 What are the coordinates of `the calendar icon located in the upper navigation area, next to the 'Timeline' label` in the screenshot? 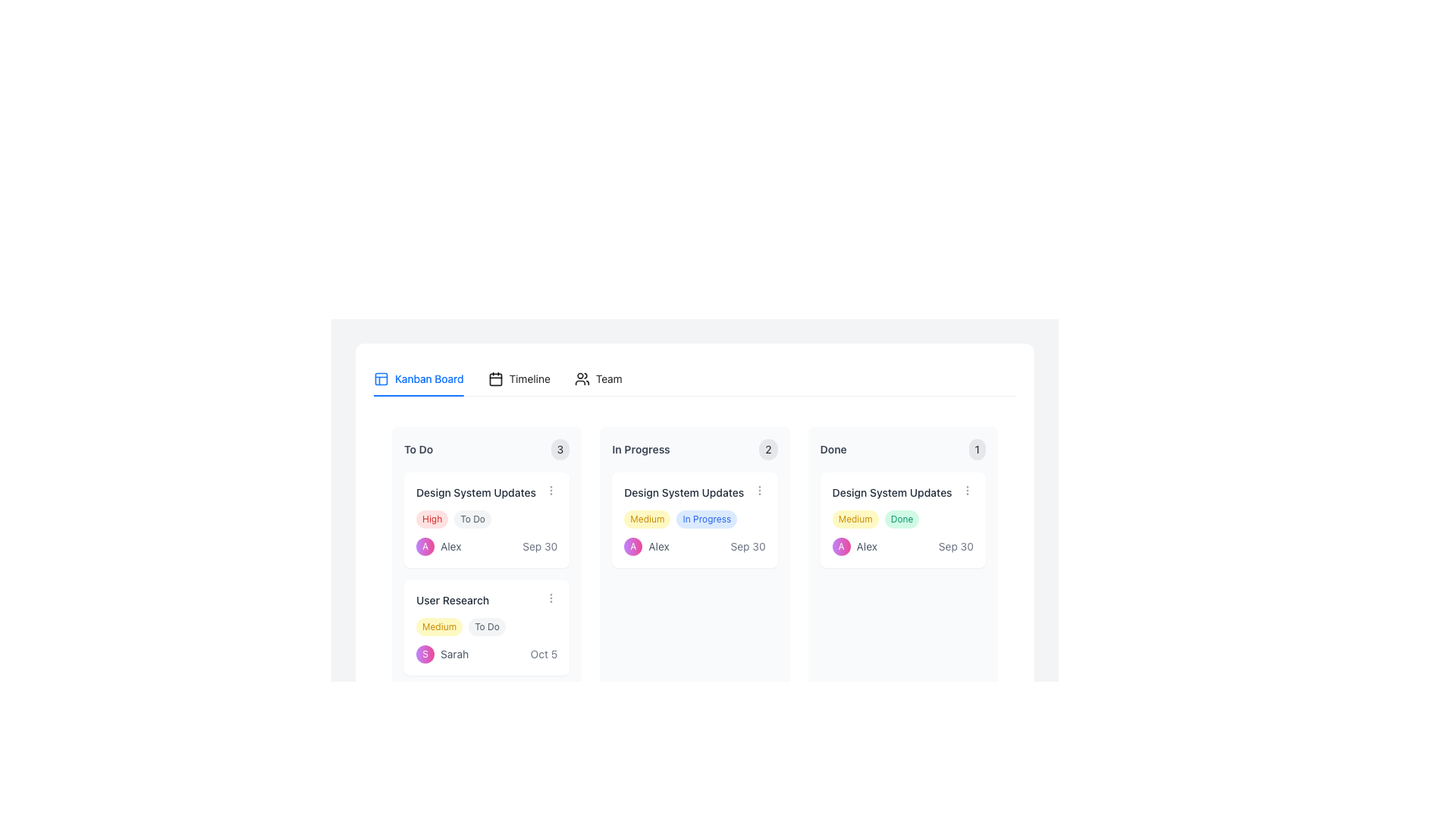 It's located at (495, 378).